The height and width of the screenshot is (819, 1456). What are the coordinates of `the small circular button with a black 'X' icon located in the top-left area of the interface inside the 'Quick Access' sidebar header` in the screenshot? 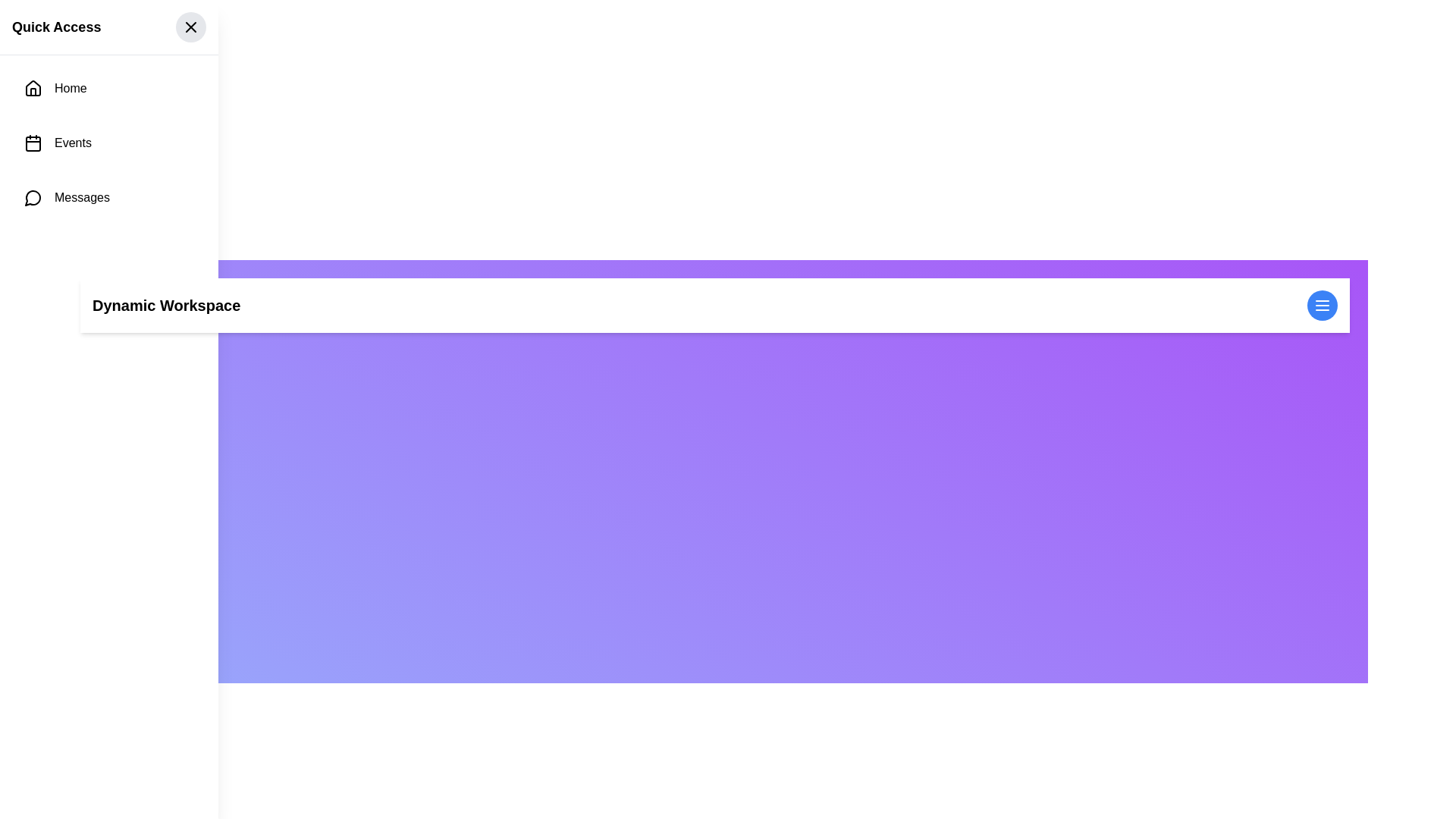 It's located at (190, 27).